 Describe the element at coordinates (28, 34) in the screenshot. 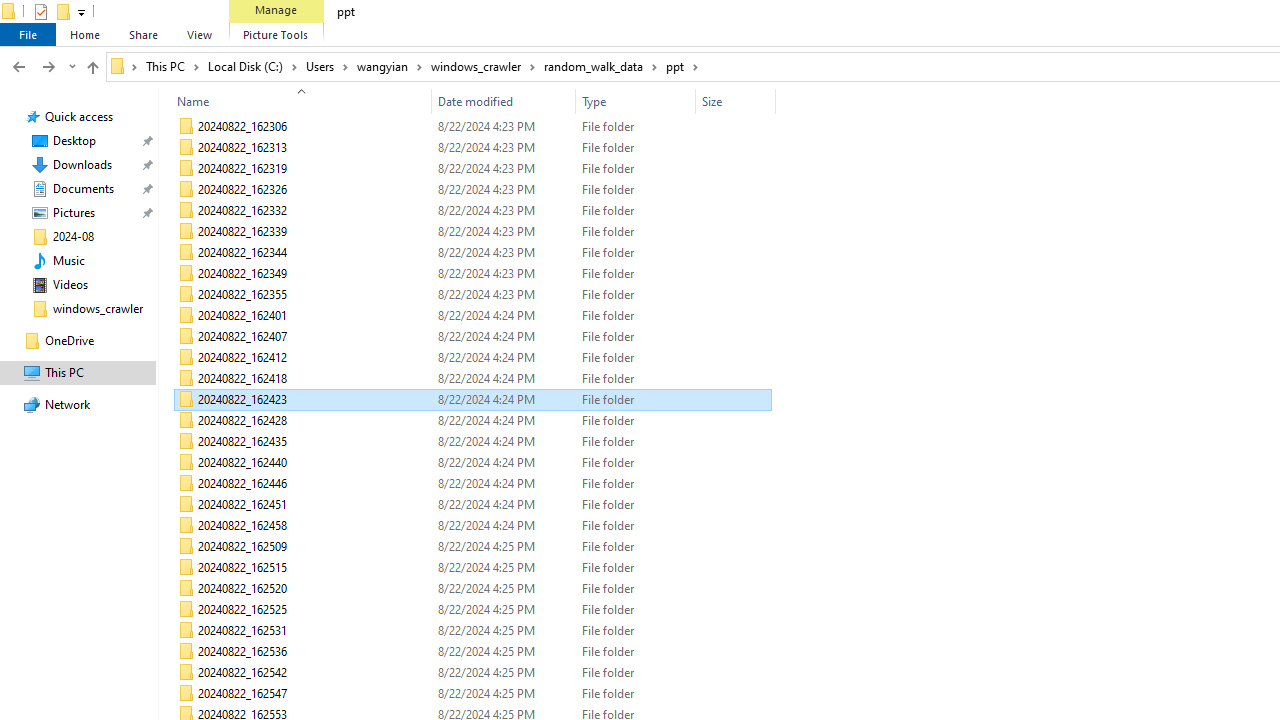

I see `'File tab'` at that location.